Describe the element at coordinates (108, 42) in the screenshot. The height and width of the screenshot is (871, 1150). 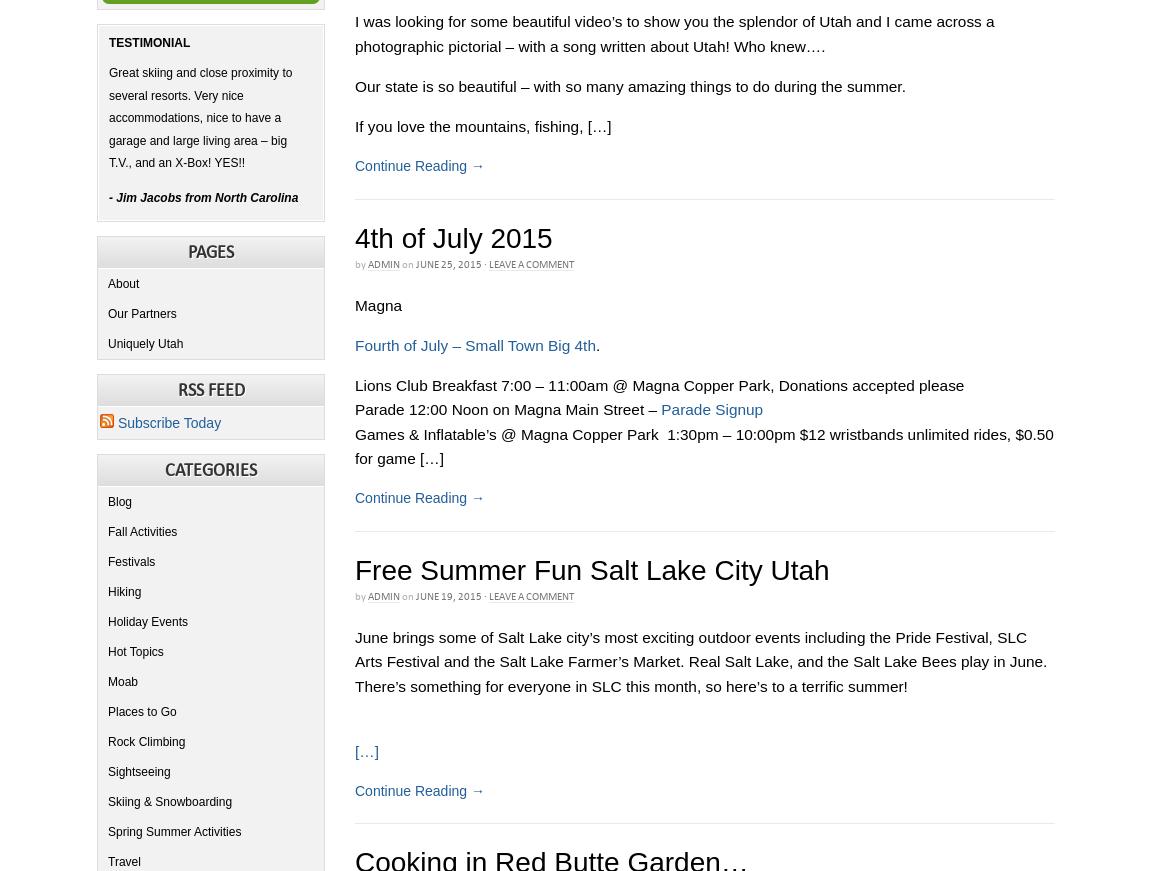
I see `'Testimonial'` at that location.